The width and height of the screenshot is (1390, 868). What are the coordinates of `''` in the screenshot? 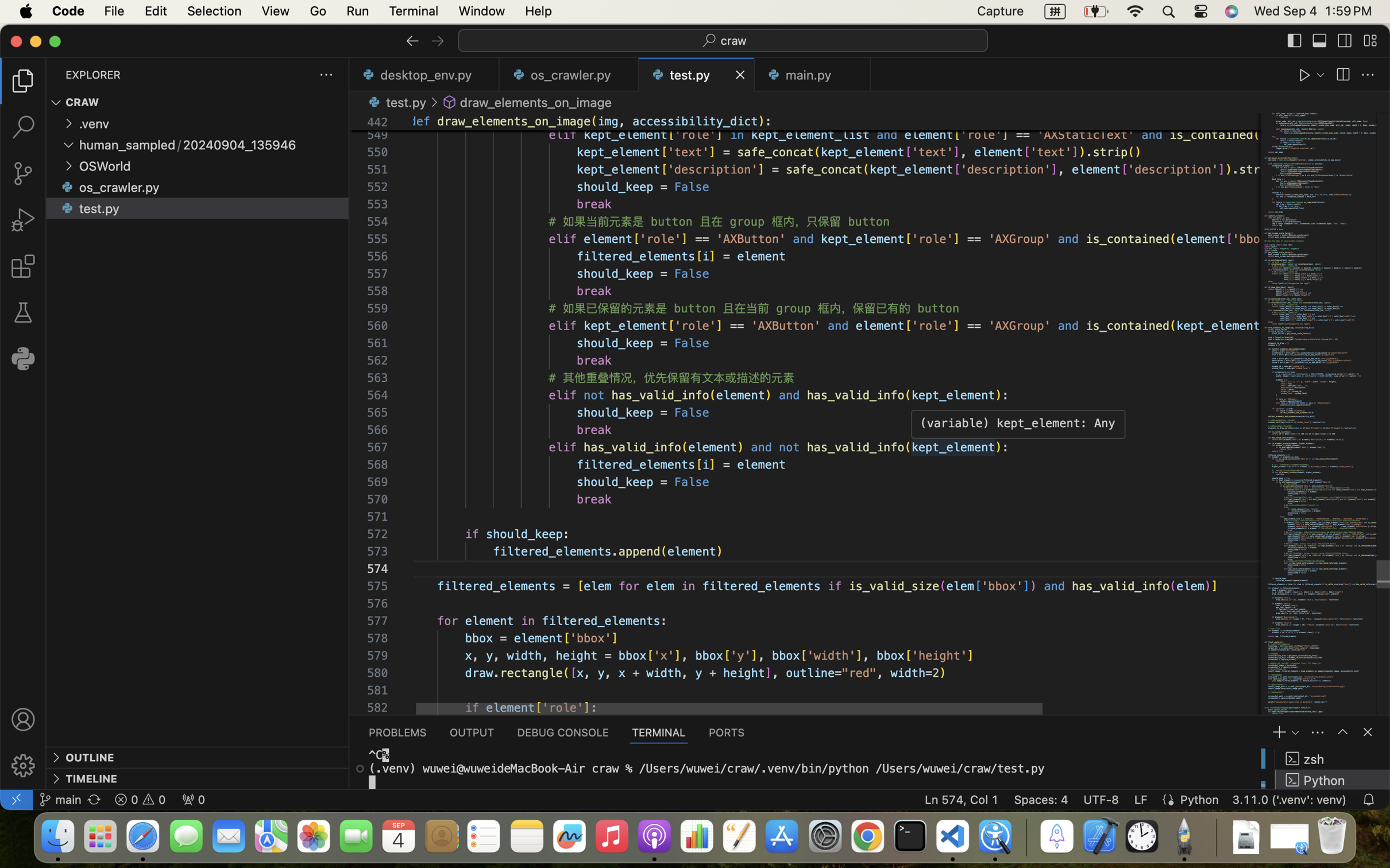 It's located at (22, 719).